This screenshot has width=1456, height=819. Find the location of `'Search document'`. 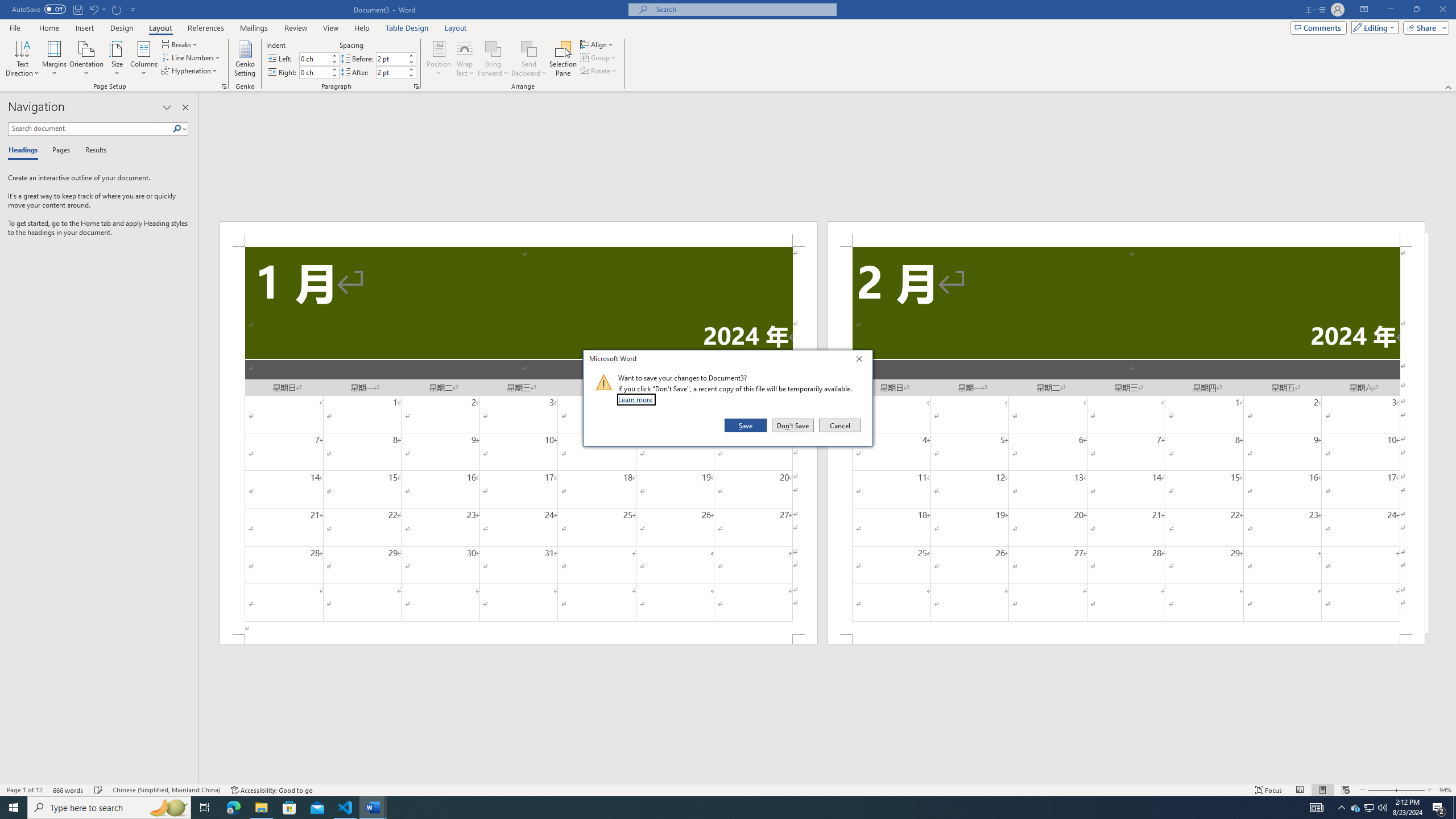

'Search document' is located at coordinates (90, 128).